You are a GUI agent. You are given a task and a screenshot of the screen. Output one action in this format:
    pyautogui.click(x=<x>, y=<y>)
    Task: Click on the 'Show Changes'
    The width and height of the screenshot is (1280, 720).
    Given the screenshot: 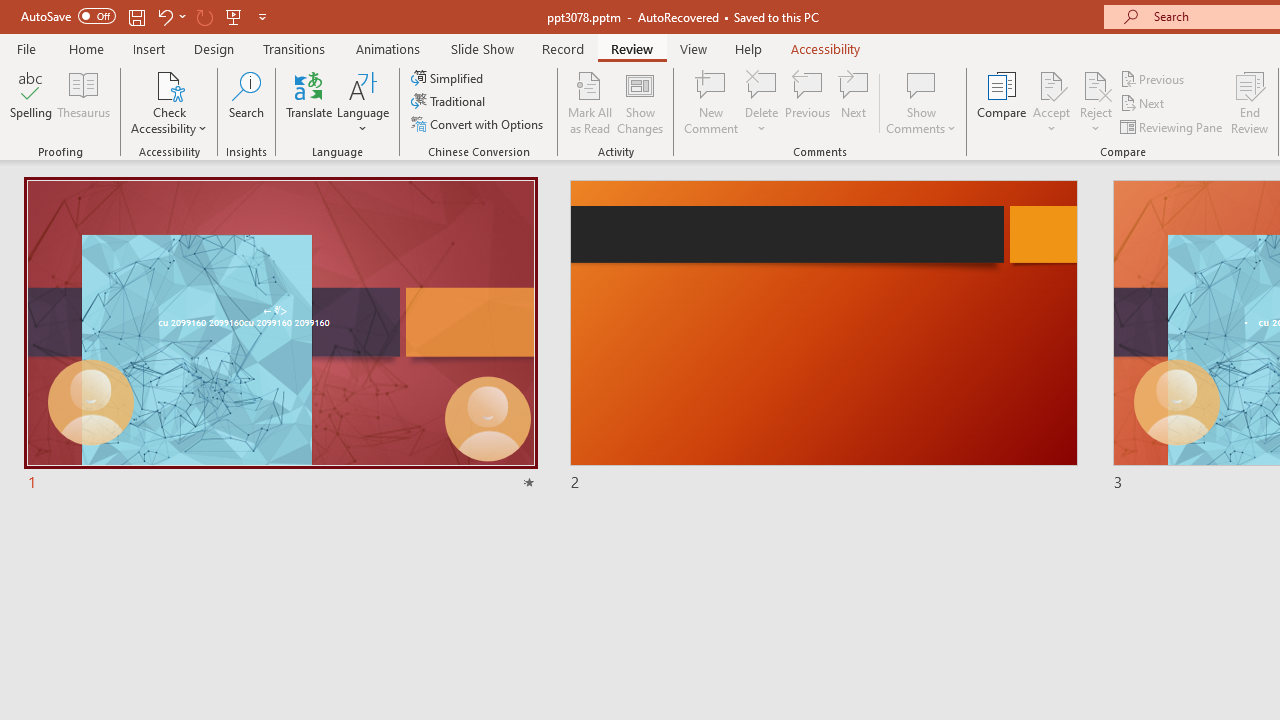 What is the action you would take?
    pyautogui.click(x=640, y=103)
    